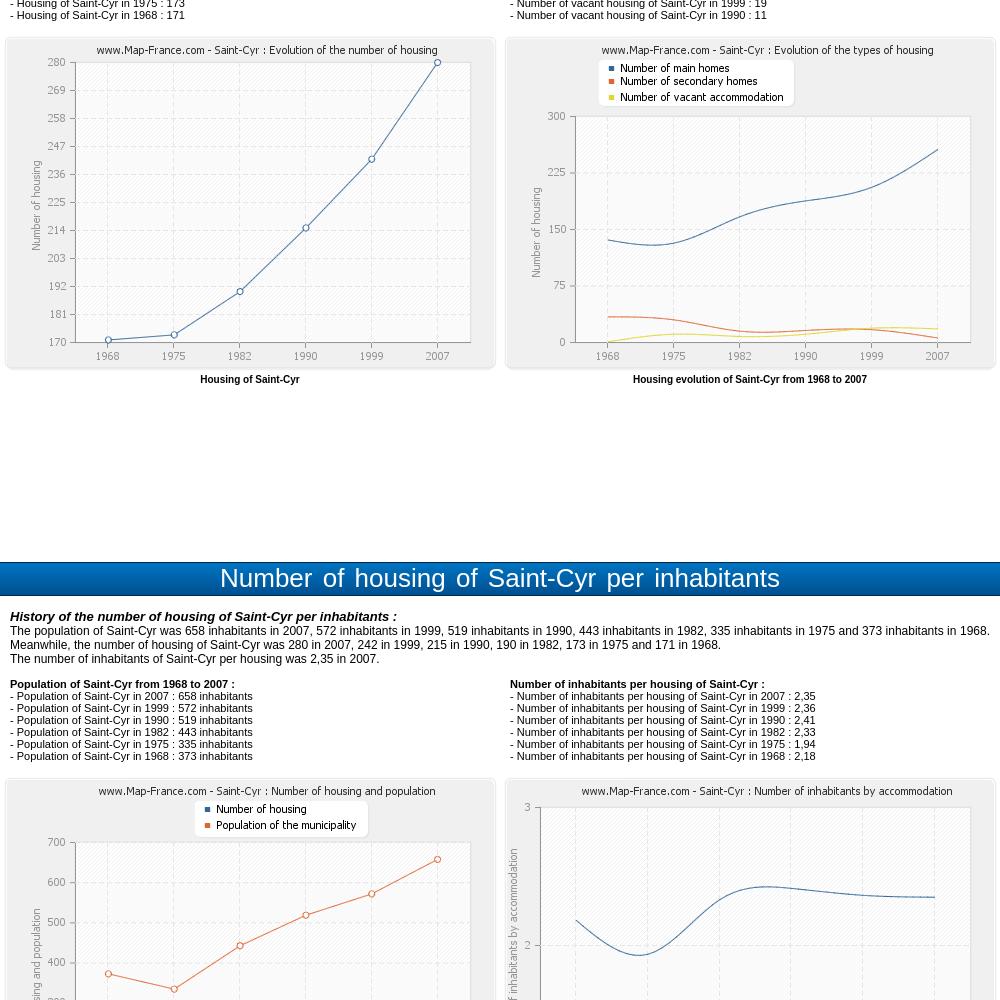  I want to click on '- Population of Saint-Cyr in 1999 : 572 inhabitants', so click(131, 707).